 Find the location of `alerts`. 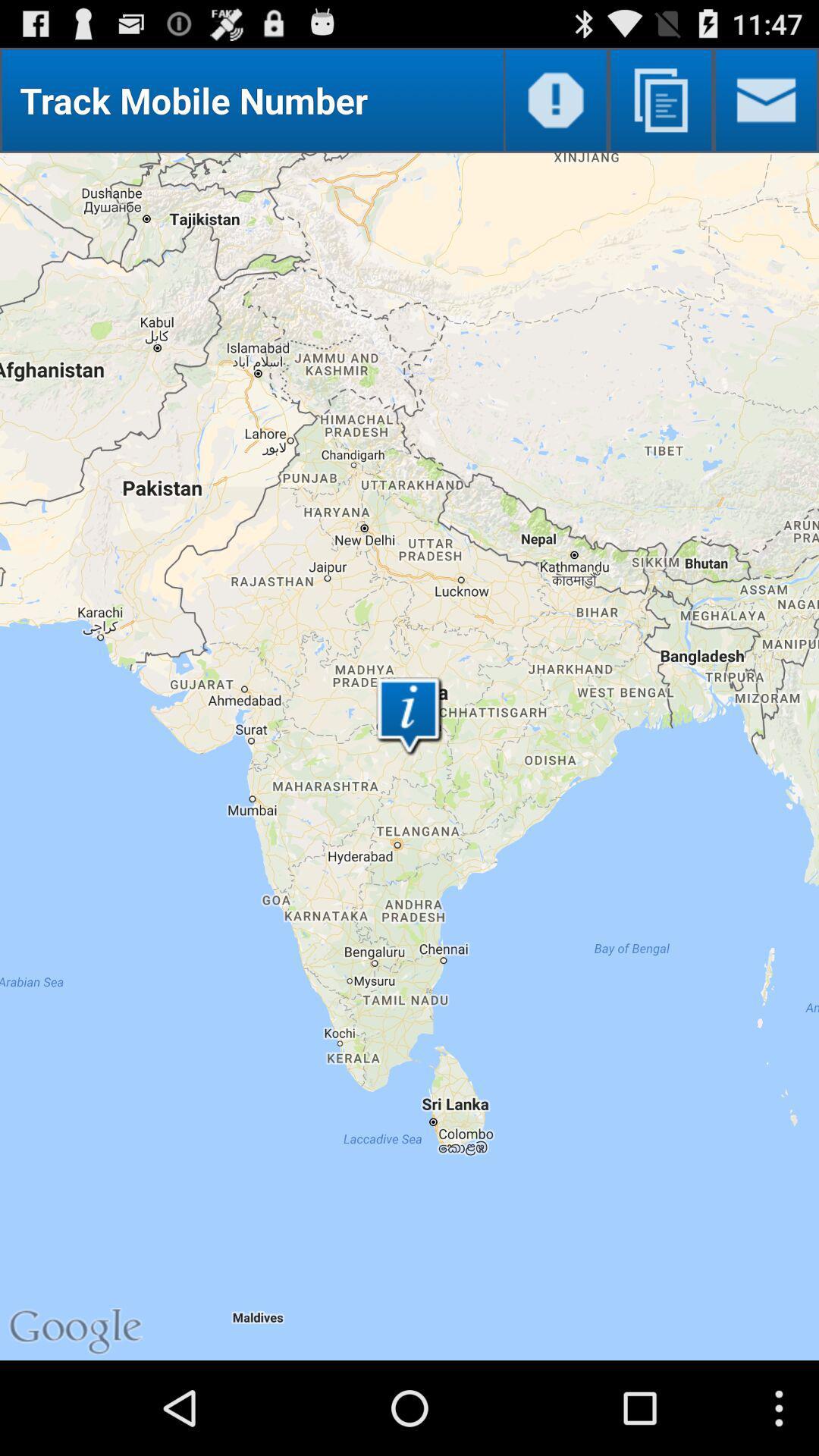

alerts is located at coordinates (556, 99).